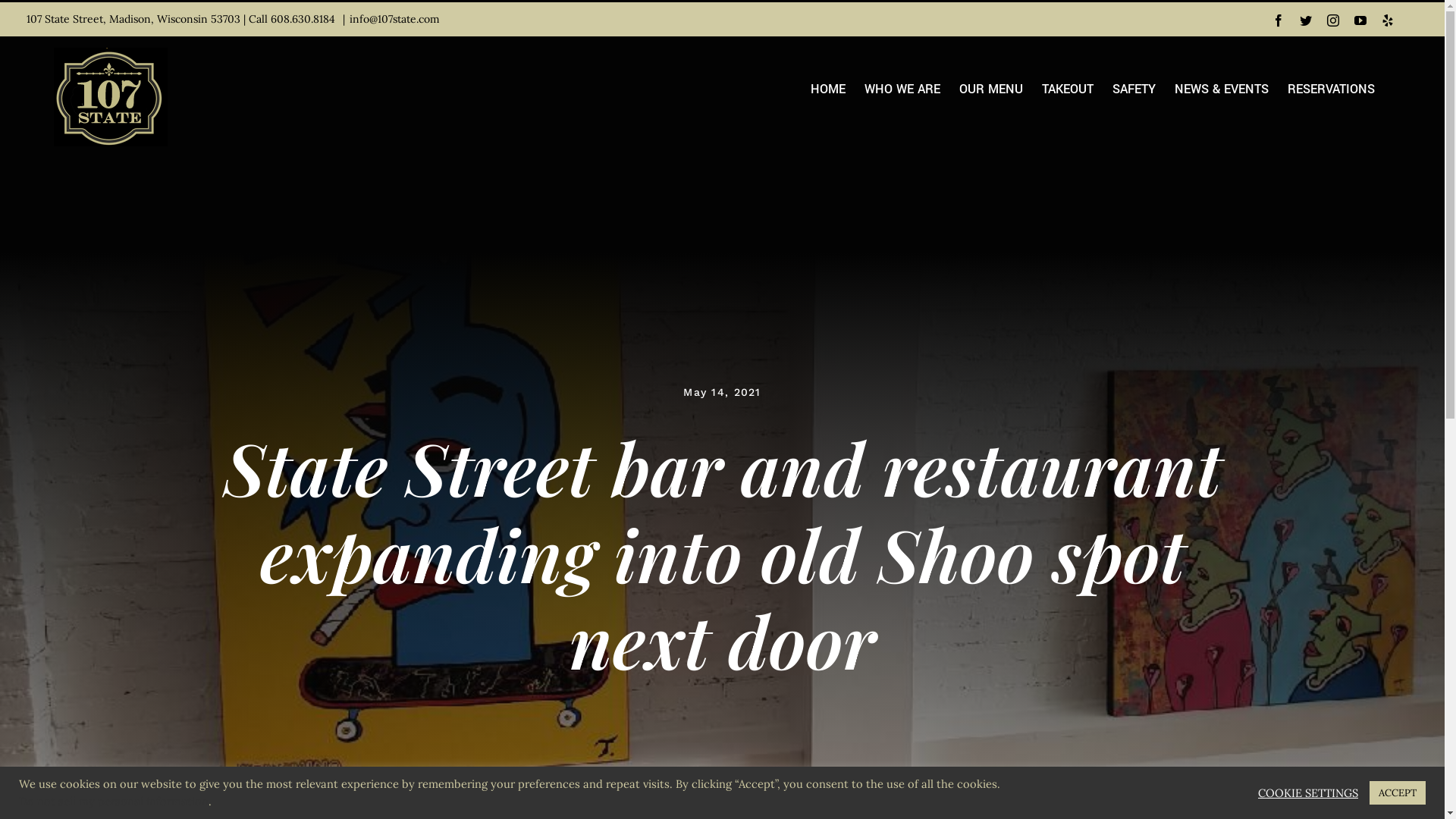  I want to click on 'HOME', so click(827, 89).